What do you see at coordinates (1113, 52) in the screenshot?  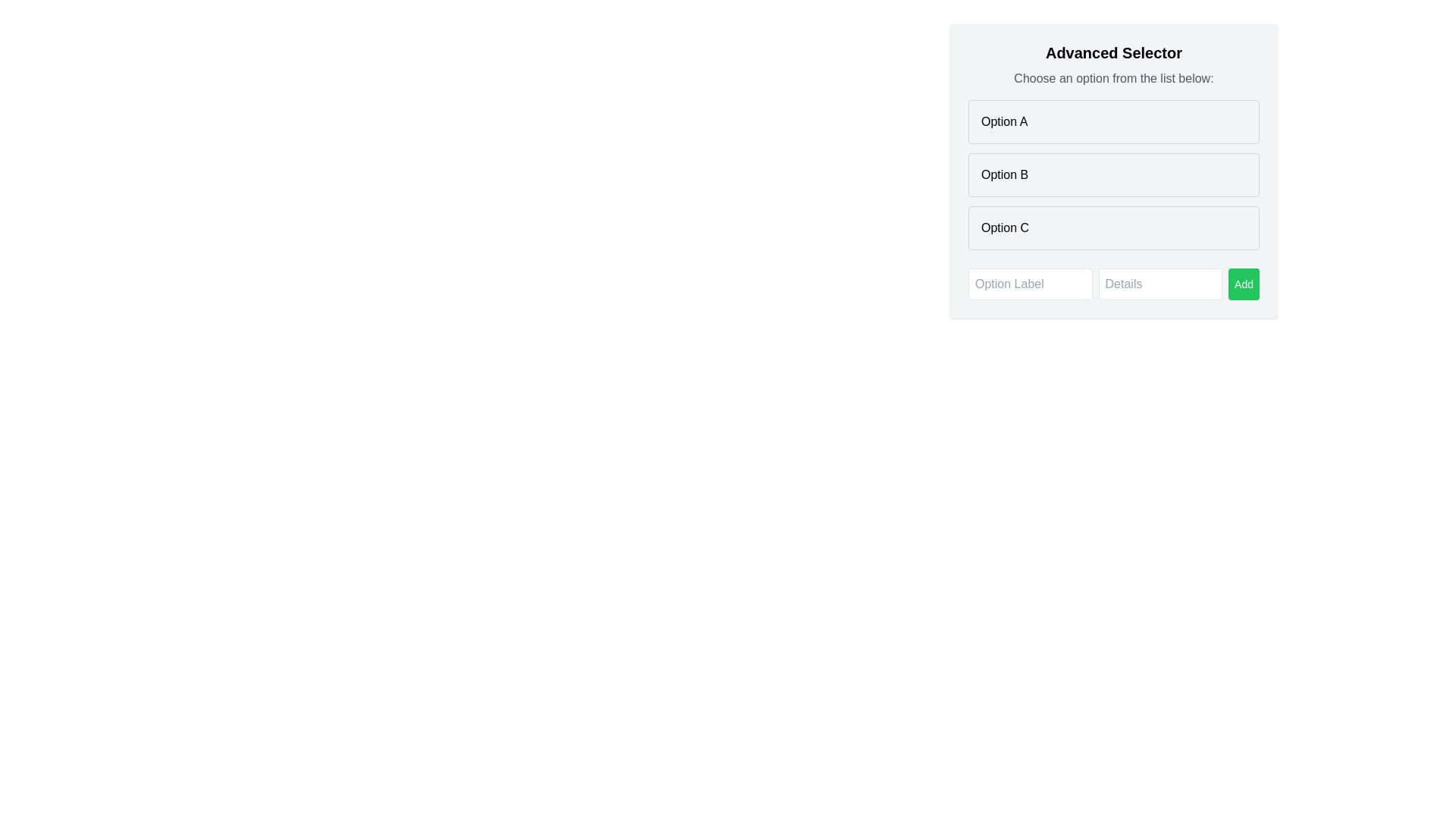 I see `the bold, large-sized text element reading 'Advanced Selector' which is centered at the top of its containing box` at bounding box center [1113, 52].